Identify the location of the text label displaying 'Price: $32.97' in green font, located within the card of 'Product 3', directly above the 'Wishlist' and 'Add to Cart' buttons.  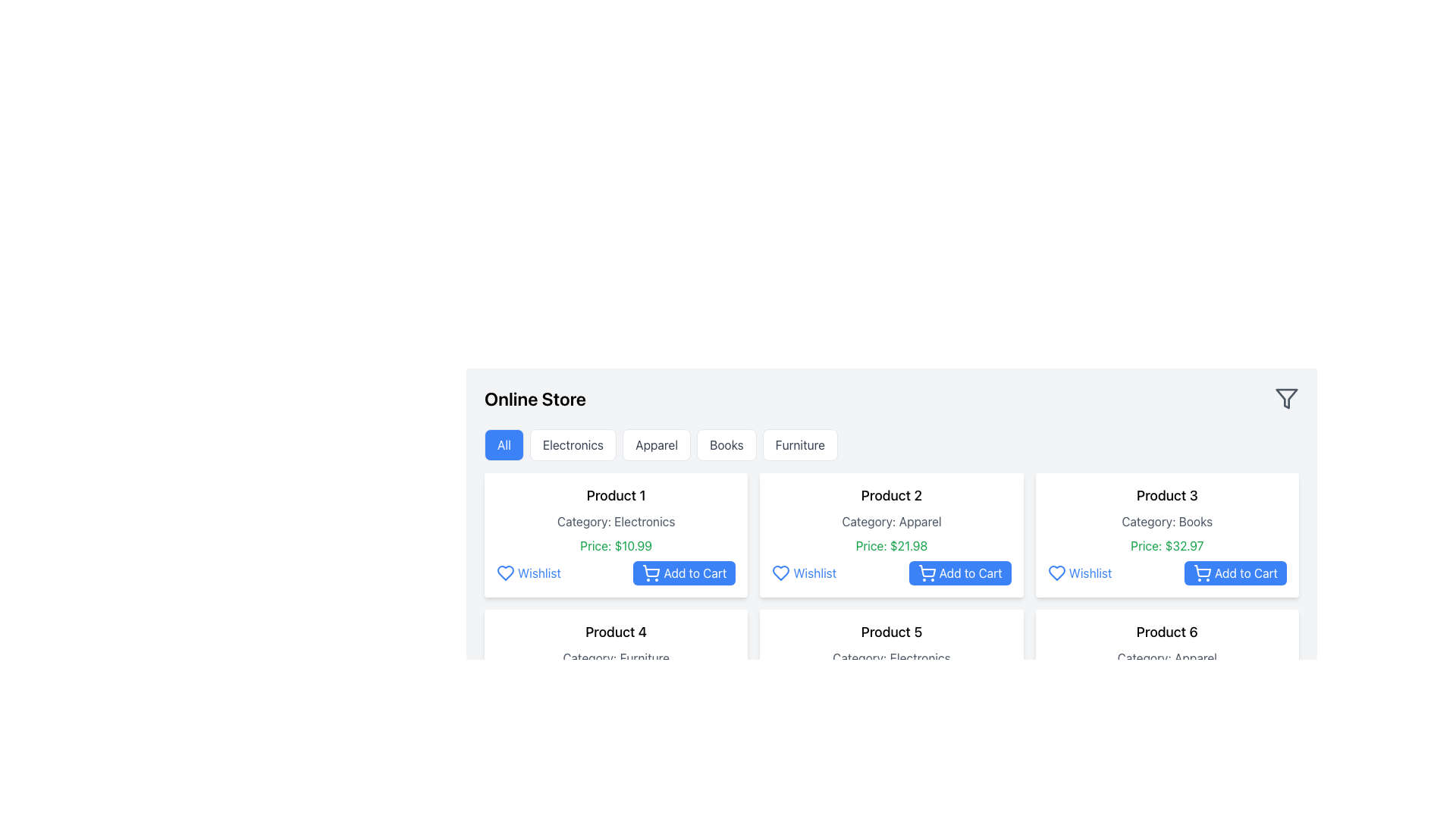
(1166, 546).